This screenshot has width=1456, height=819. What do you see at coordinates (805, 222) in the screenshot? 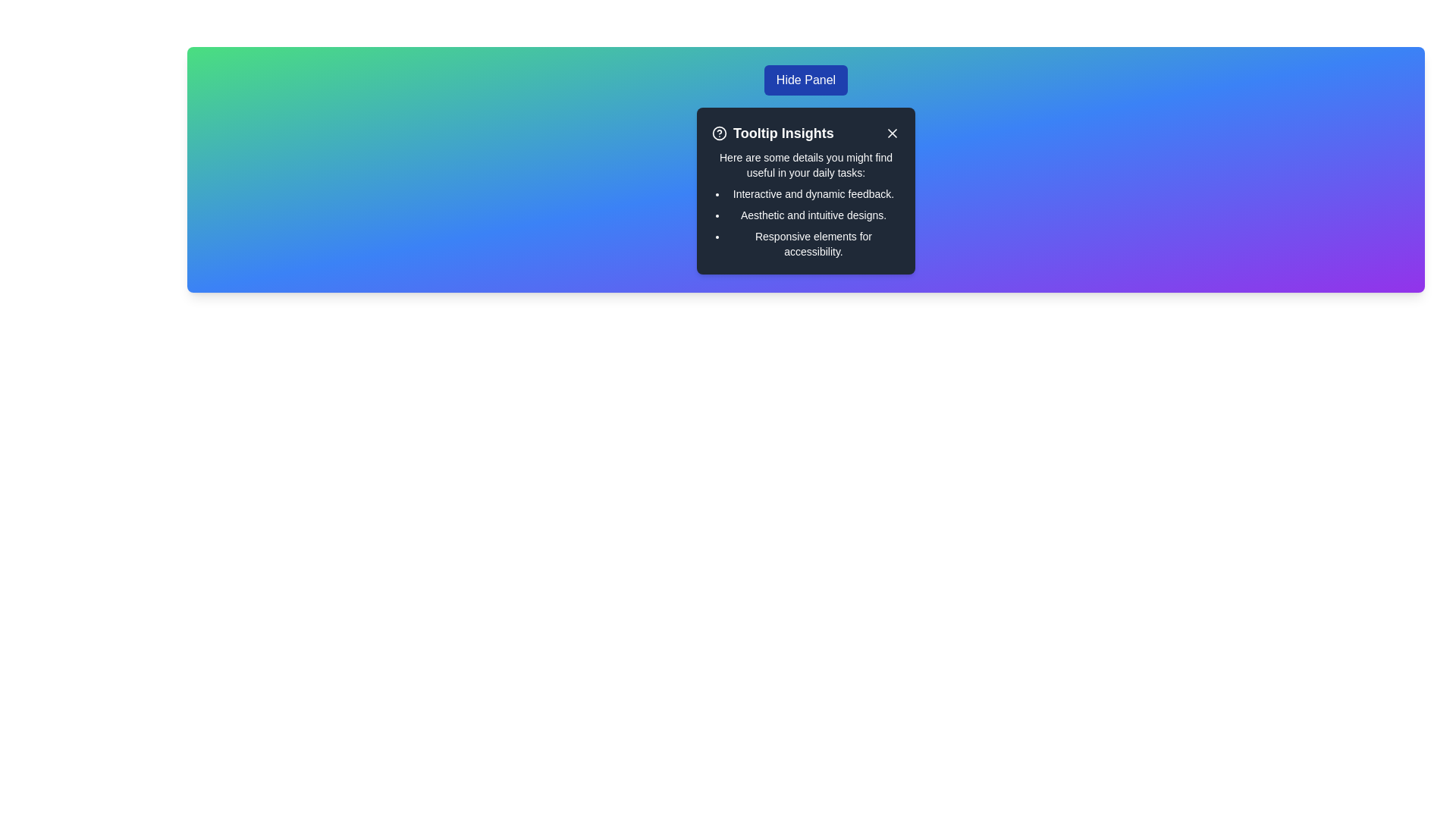
I see `the bulleted list located within the tooltip-like panel, which contains the phrases: 'Interactive and dynamic feedback.', 'Aesthetic and intuitive designs.', and 'Responsive elements for accessibility.'` at bounding box center [805, 222].